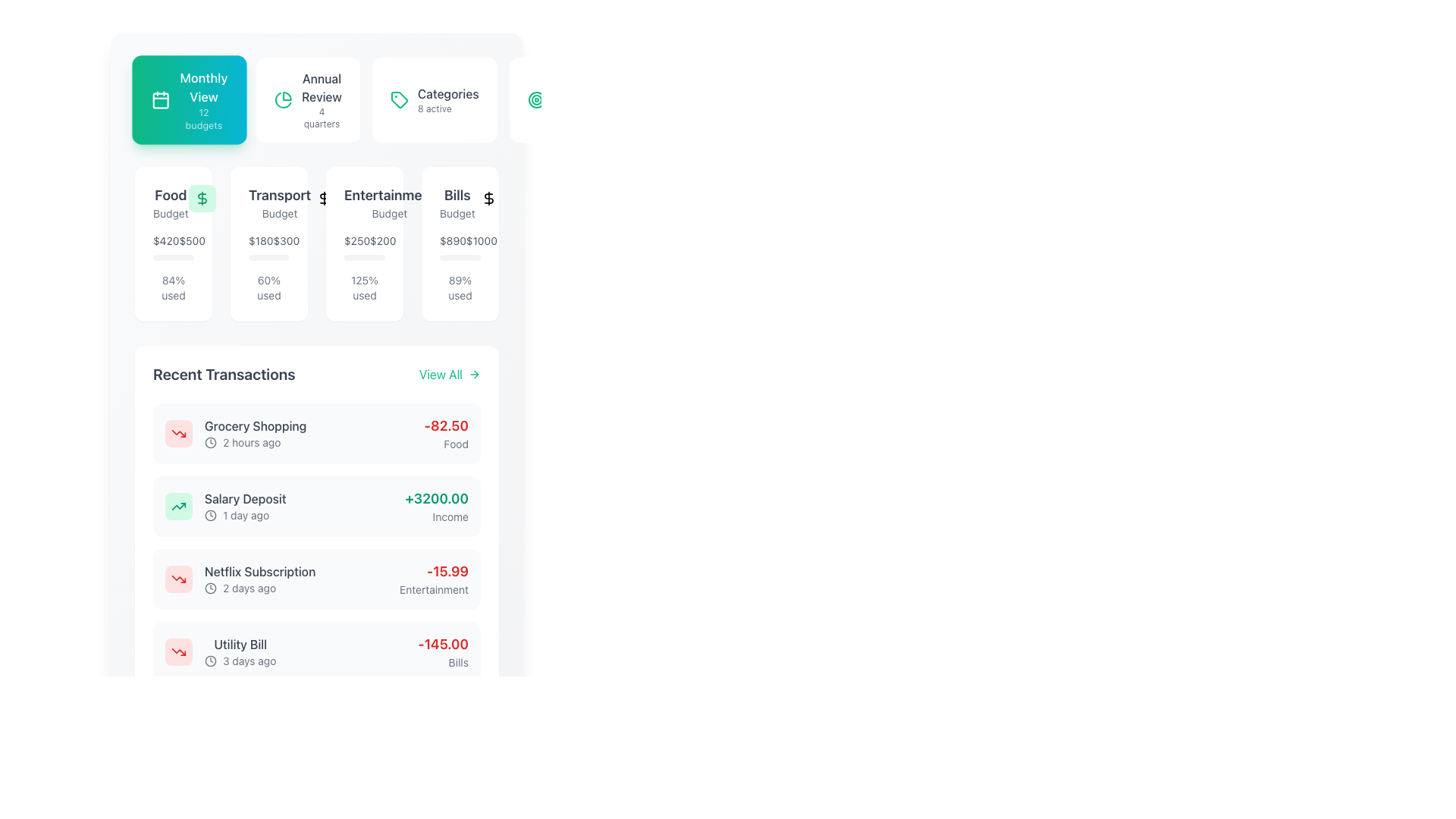 The height and width of the screenshot is (819, 1456). What do you see at coordinates (324, 198) in the screenshot?
I see `the 'Transport' budget category icon located between the 'Food' and 'Entertainment' categories in the header section for informational purposes` at bounding box center [324, 198].